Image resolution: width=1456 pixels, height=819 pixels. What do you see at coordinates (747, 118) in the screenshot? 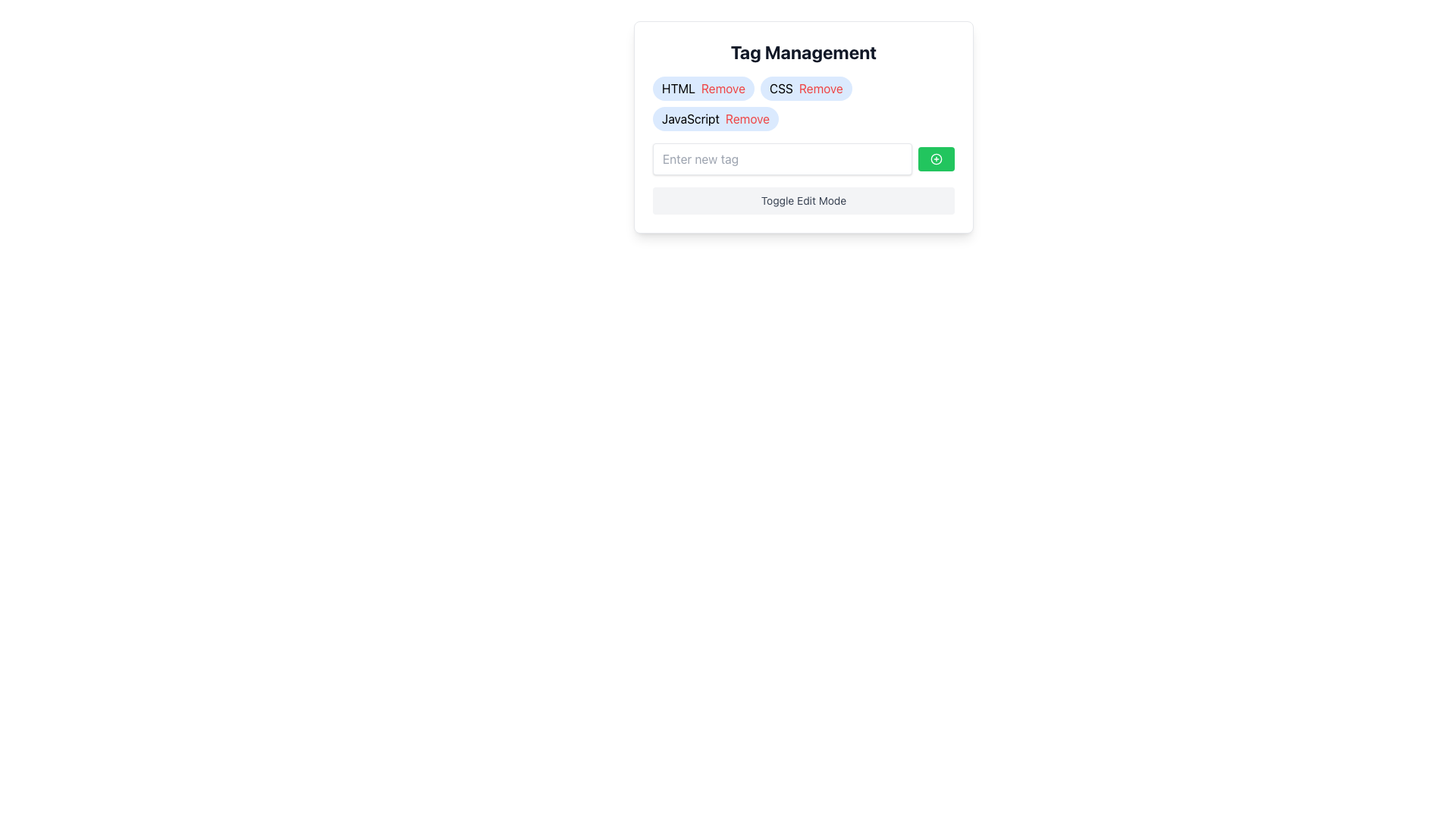
I see `the button that allows users to remove the 'JavaScript' tag, located in the upper right of the rounded tag labeled 'JavaScript' in the 'Tag Management' section` at bounding box center [747, 118].